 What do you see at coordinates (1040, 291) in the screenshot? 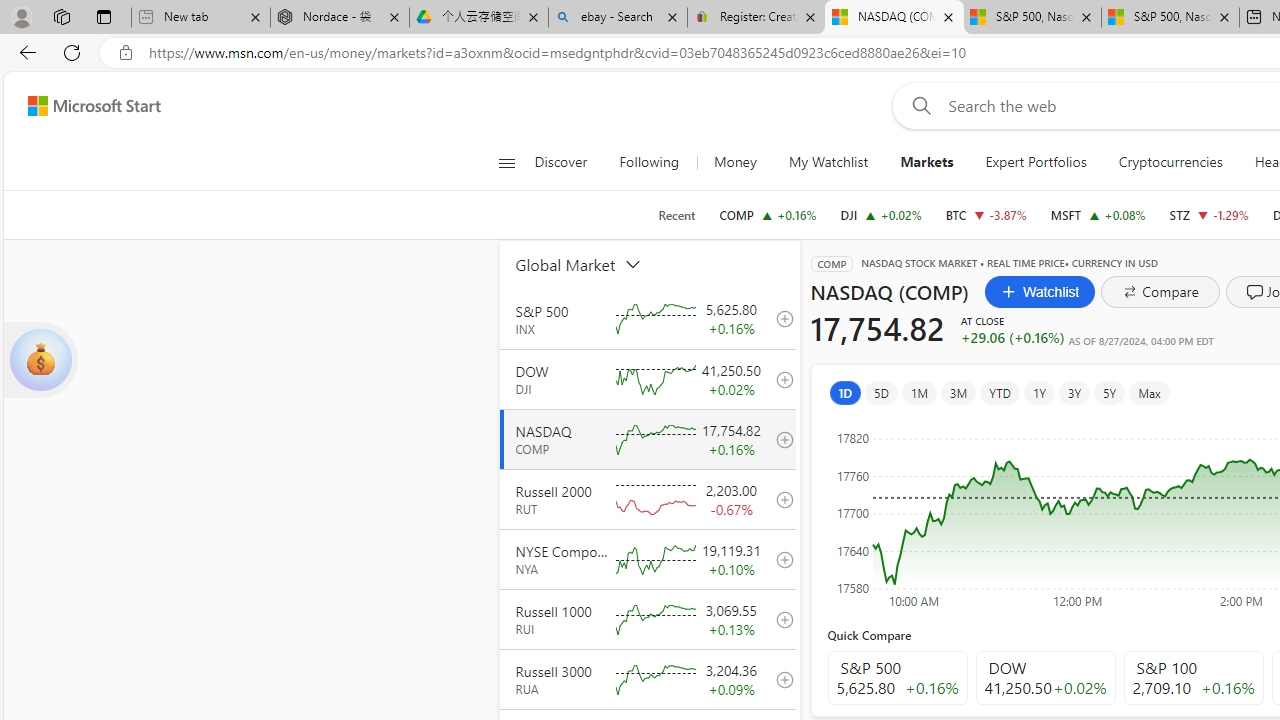
I see `'Watchlist'` at bounding box center [1040, 291].